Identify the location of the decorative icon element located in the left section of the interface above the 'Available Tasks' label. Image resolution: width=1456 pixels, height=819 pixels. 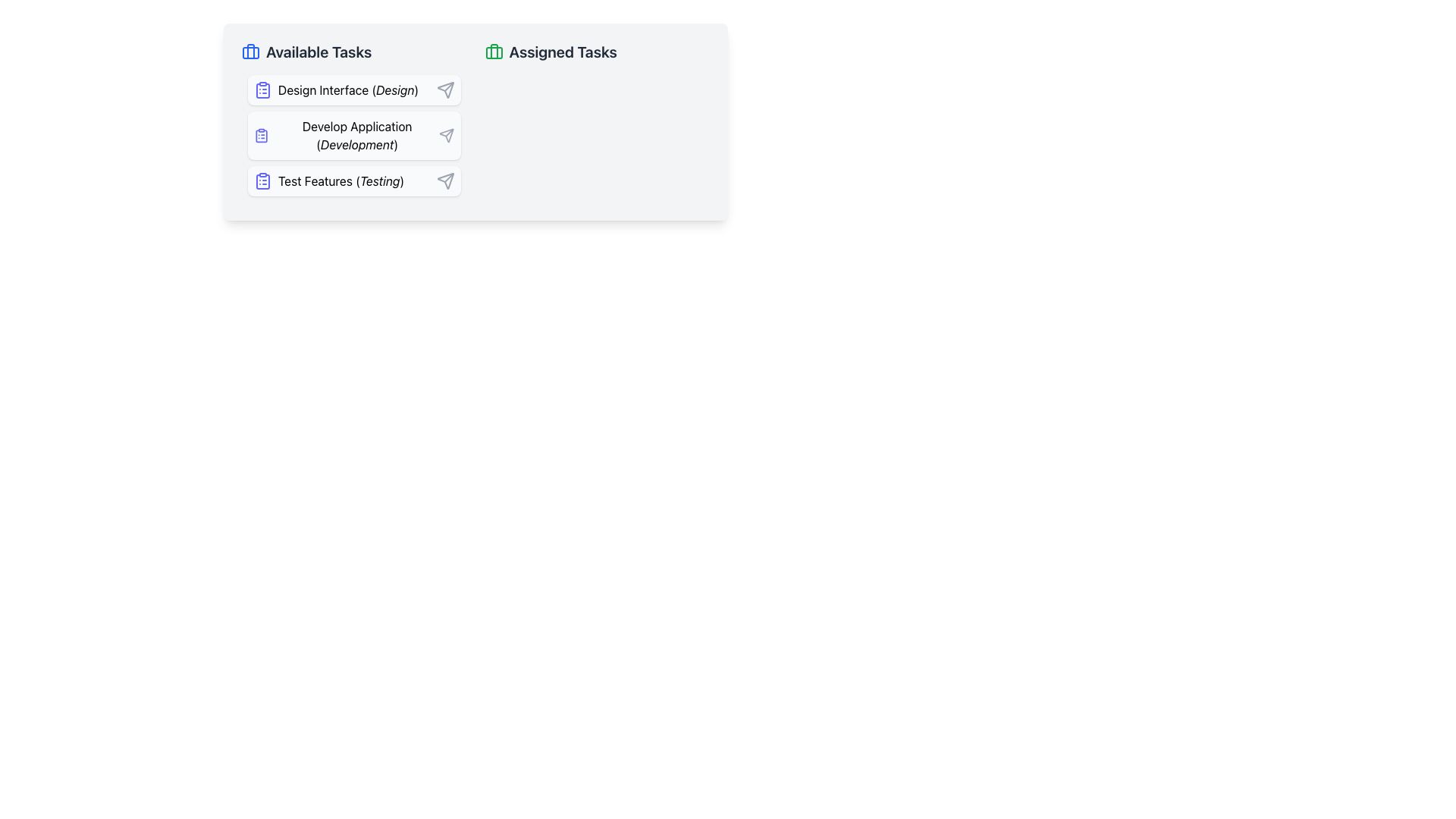
(494, 51).